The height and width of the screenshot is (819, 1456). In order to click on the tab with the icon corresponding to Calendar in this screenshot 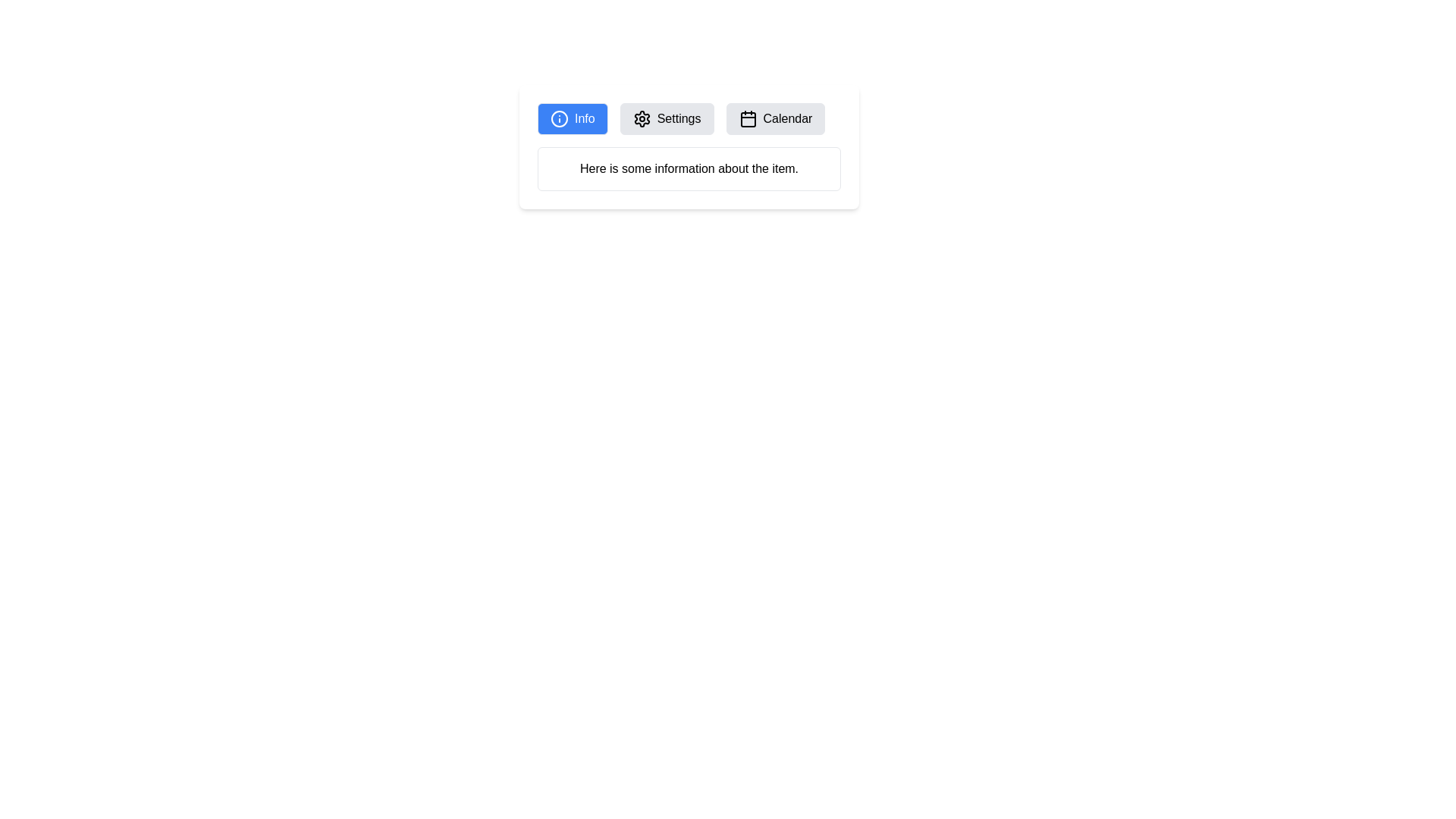, I will do `click(775, 118)`.